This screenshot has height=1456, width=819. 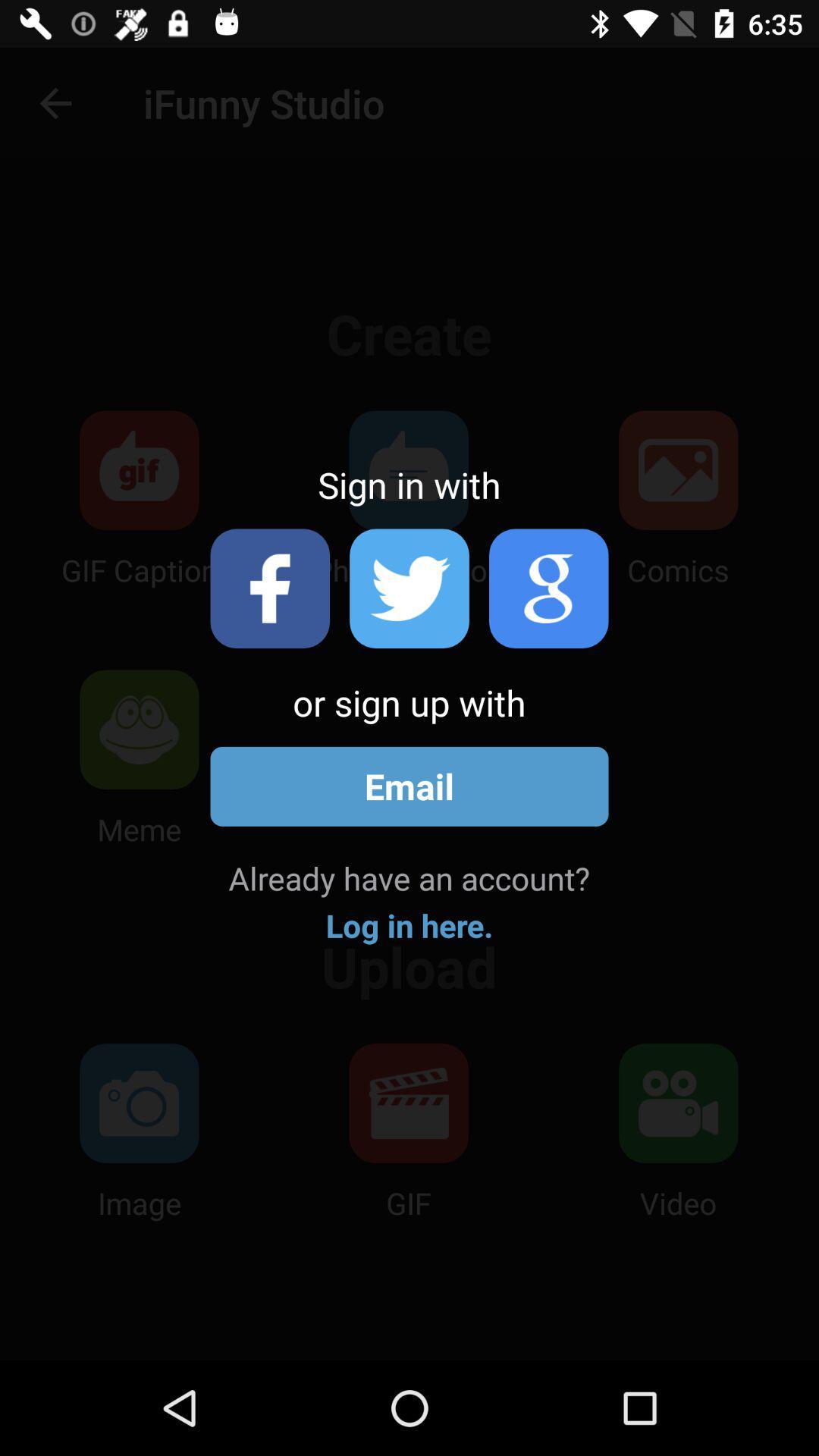 What do you see at coordinates (409, 588) in the screenshot?
I see `sign in with twitter` at bounding box center [409, 588].